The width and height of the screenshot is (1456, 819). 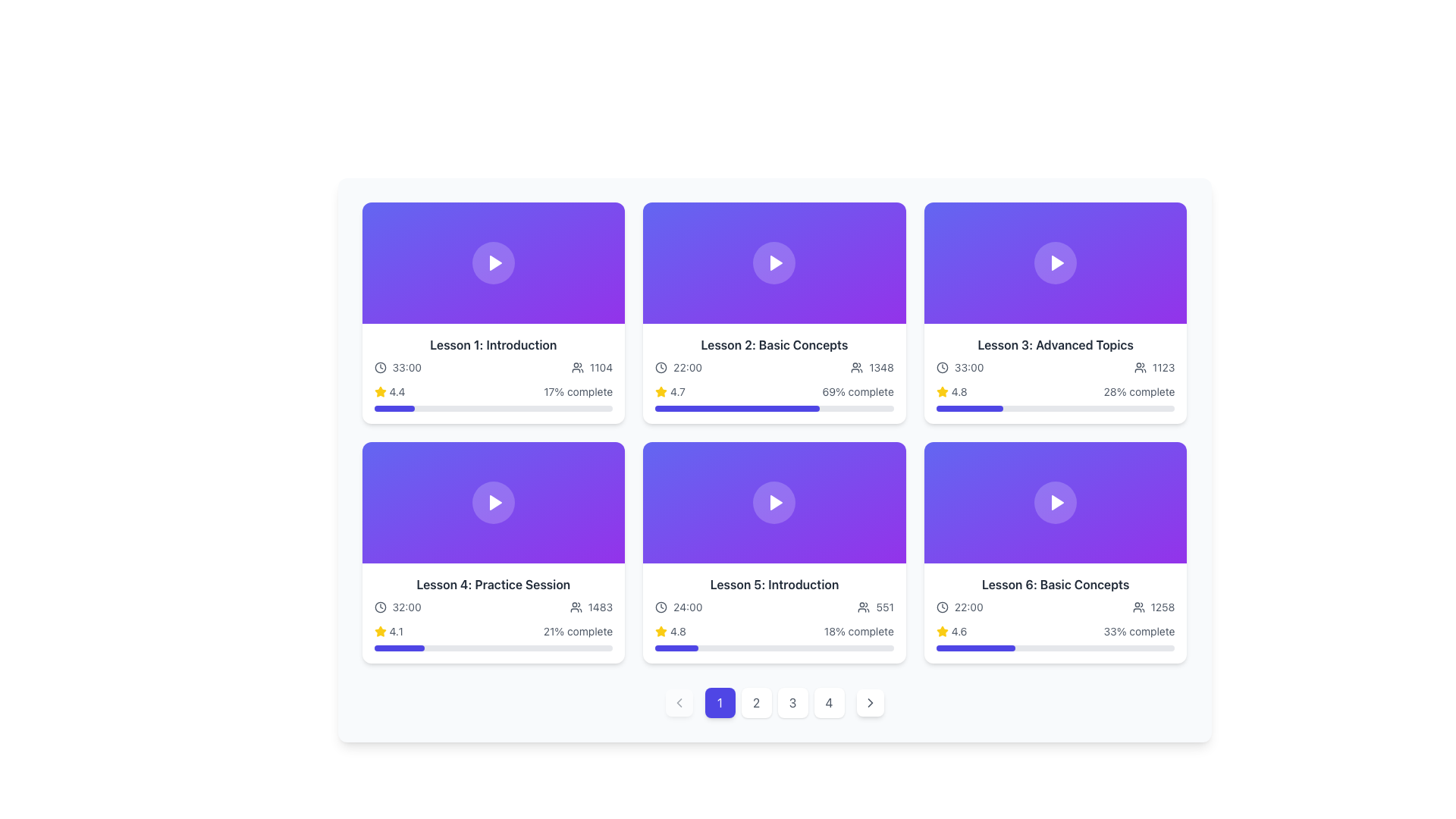 I want to click on the yellow star-shaped icon located next to the numerical rating '4.7' for 'Lesson 2: Basic Concepts', so click(x=661, y=391).